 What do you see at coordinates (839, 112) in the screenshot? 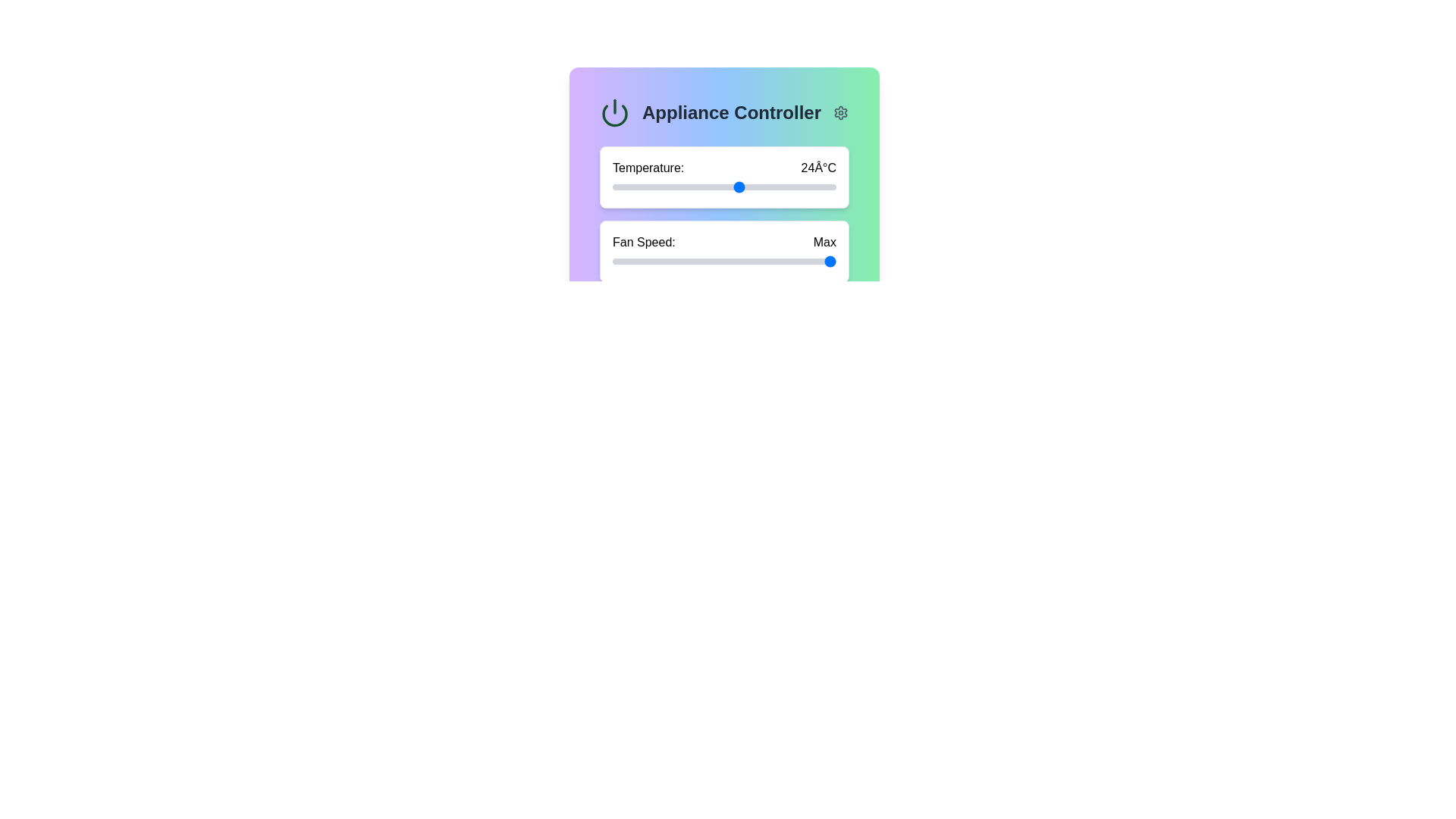
I see `the settings icon` at bounding box center [839, 112].